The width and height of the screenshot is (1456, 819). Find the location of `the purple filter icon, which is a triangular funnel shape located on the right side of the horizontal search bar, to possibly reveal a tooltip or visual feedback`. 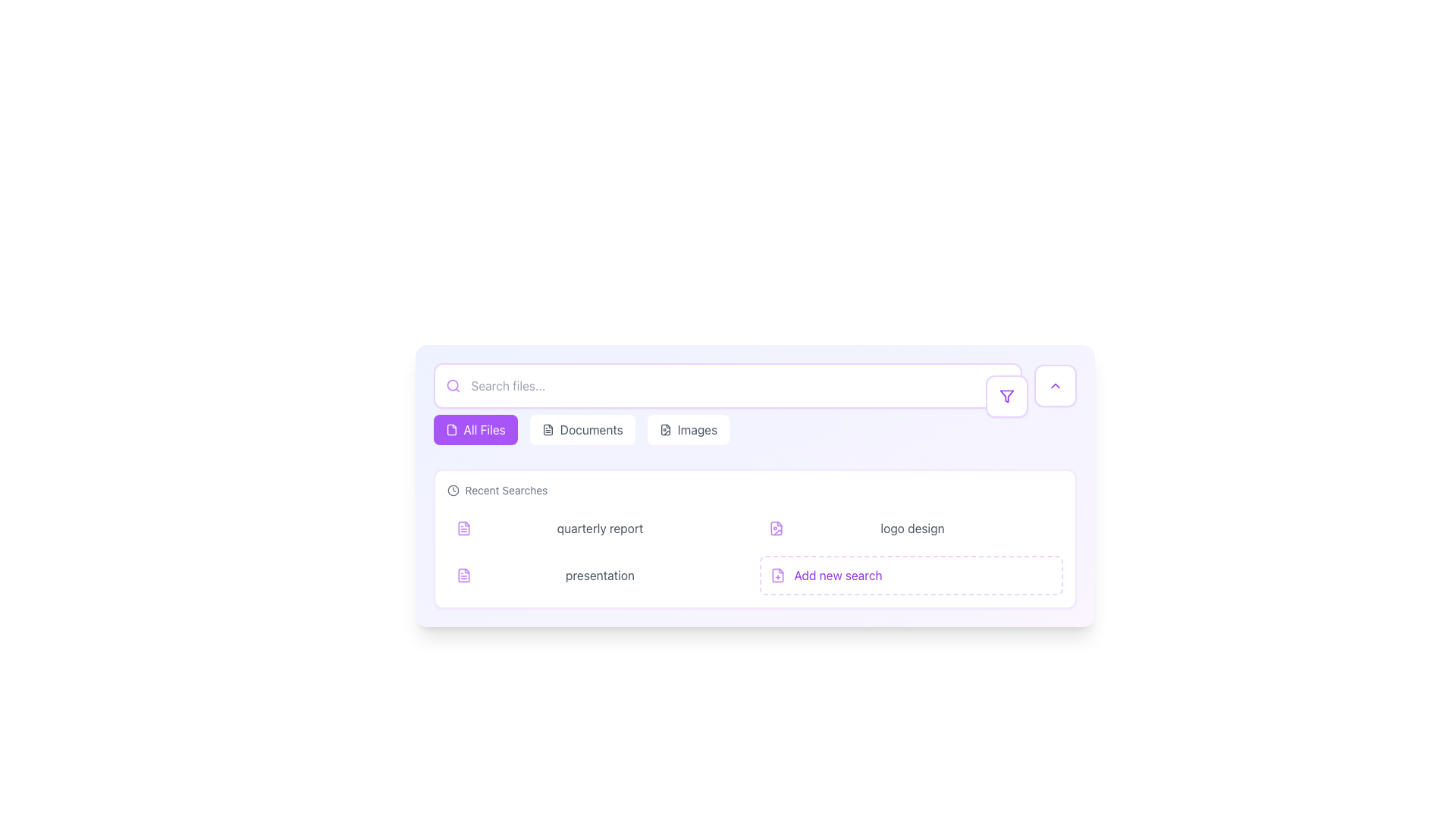

the purple filter icon, which is a triangular funnel shape located on the right side of the horizontal search bar, to possibly reveal a tooltip or visual feedback is located at coordinates (1006, 396).